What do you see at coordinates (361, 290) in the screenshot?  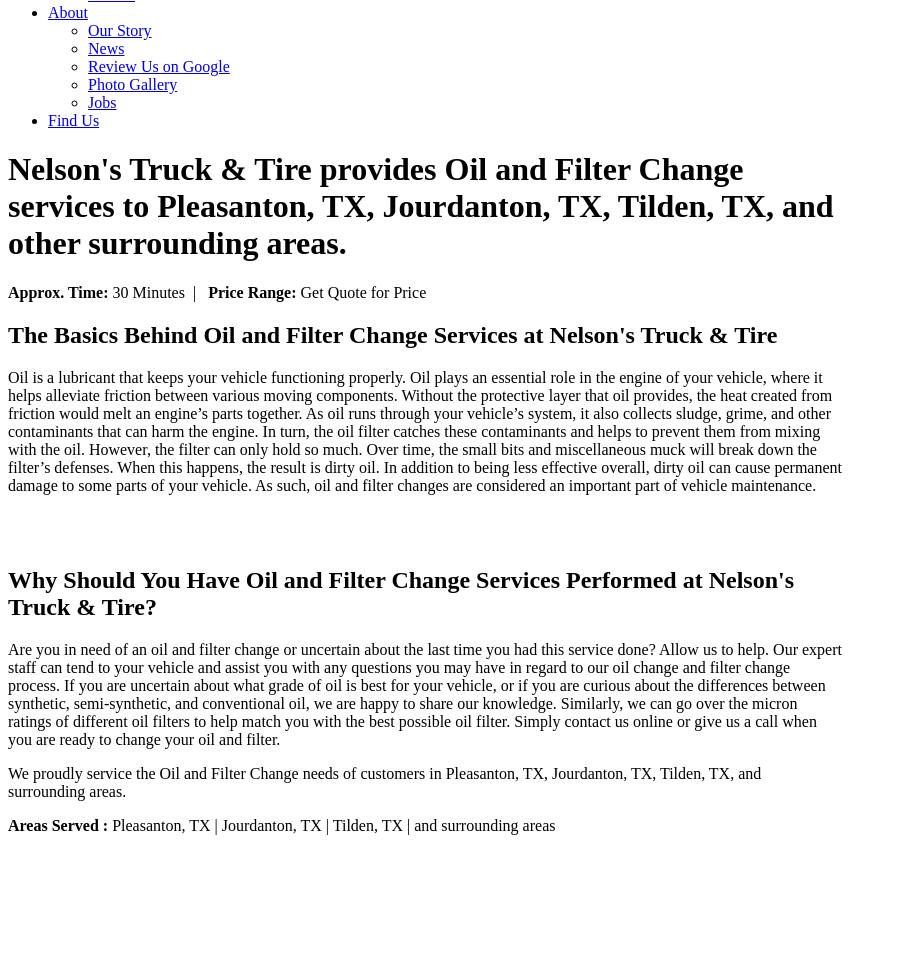 I see `'Get Quote for Price'` at bounding box center [361, 290].